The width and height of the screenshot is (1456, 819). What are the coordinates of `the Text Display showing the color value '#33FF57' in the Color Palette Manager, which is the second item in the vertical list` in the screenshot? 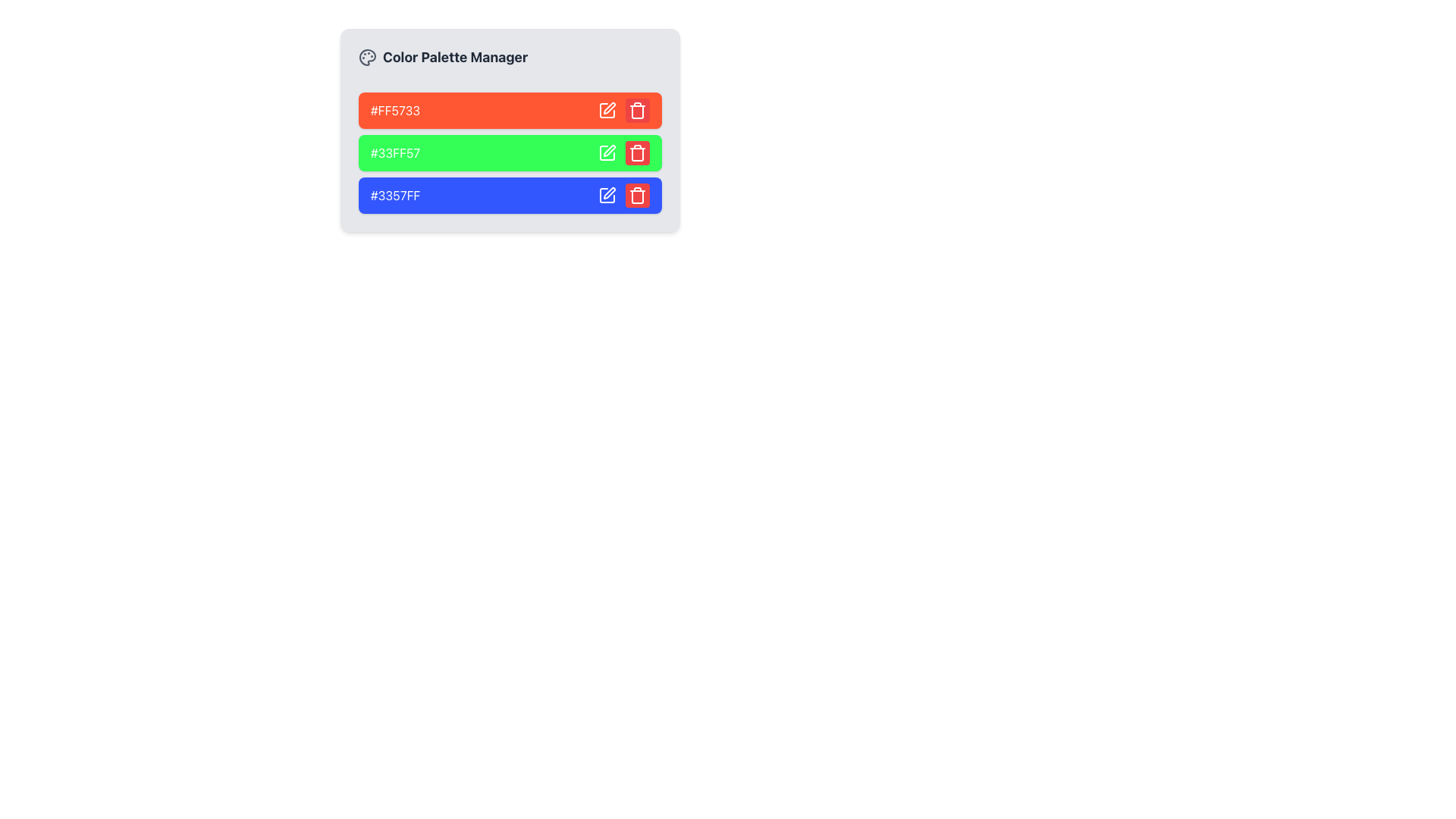 It's located at (395, 152).